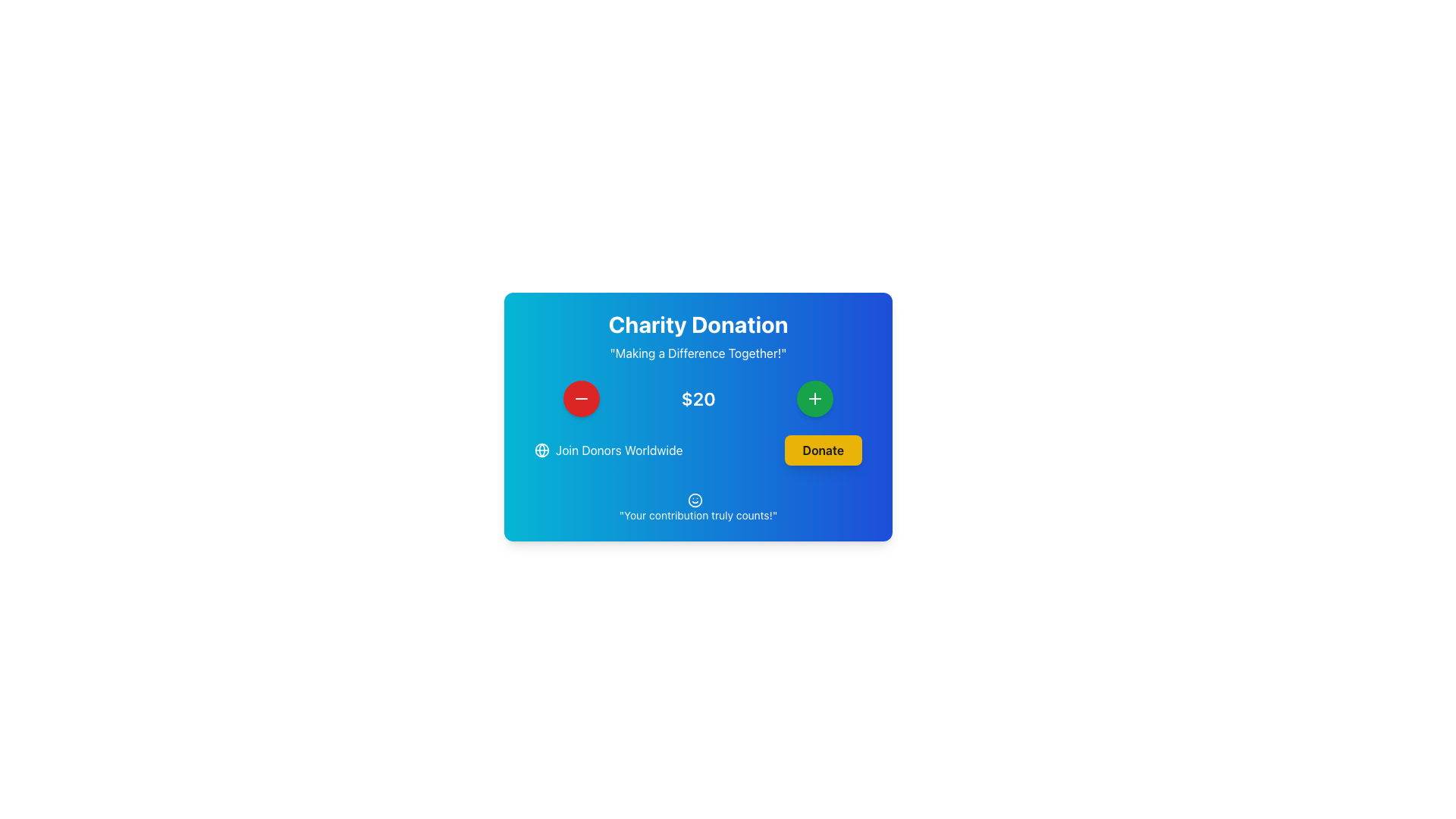 The image size is (1456, 819). Describe the element at coordinates (619, 450) in the screenshot. I see `the text label reading 'Join Donors Worldwide' which is styled with white text on a gradient background and located below the '$20' display and to the right of the globe icon` at that location.